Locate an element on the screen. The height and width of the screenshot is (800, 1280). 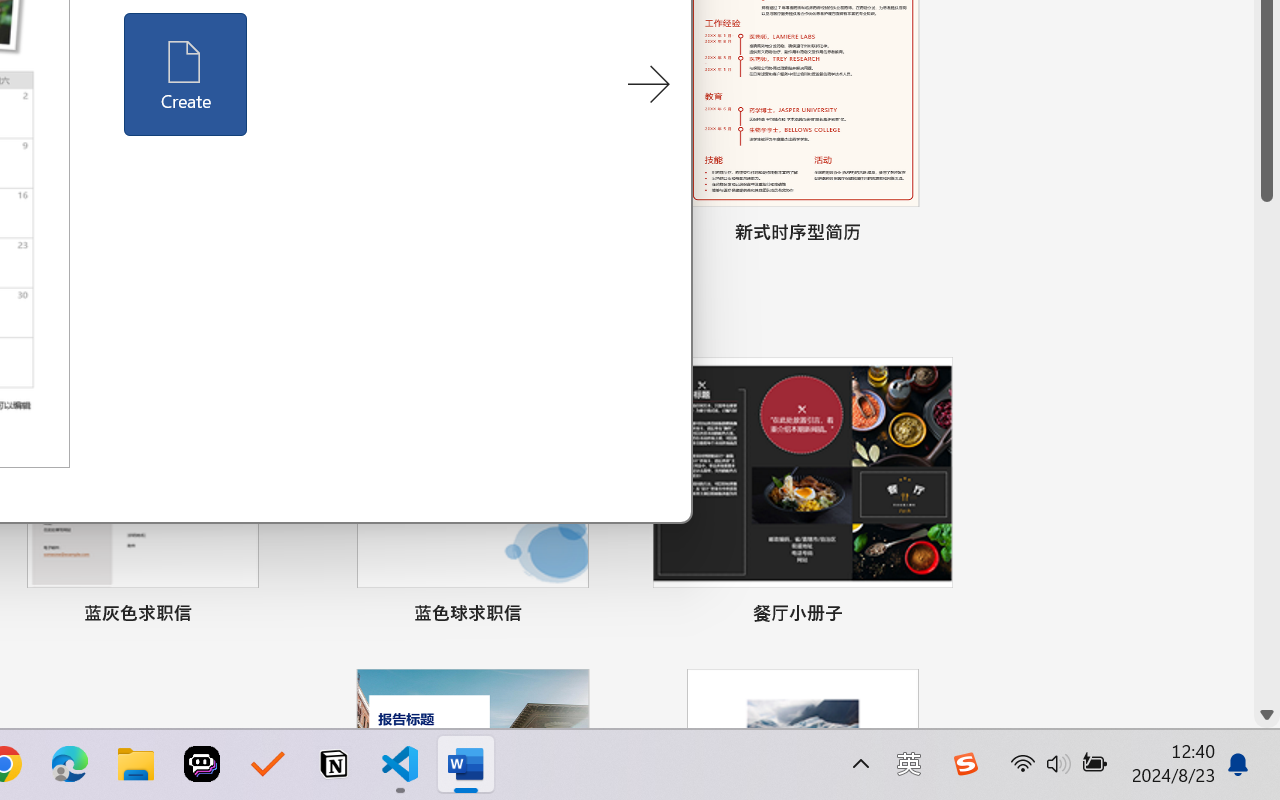
'Create' is located at coordinates (185, 74).